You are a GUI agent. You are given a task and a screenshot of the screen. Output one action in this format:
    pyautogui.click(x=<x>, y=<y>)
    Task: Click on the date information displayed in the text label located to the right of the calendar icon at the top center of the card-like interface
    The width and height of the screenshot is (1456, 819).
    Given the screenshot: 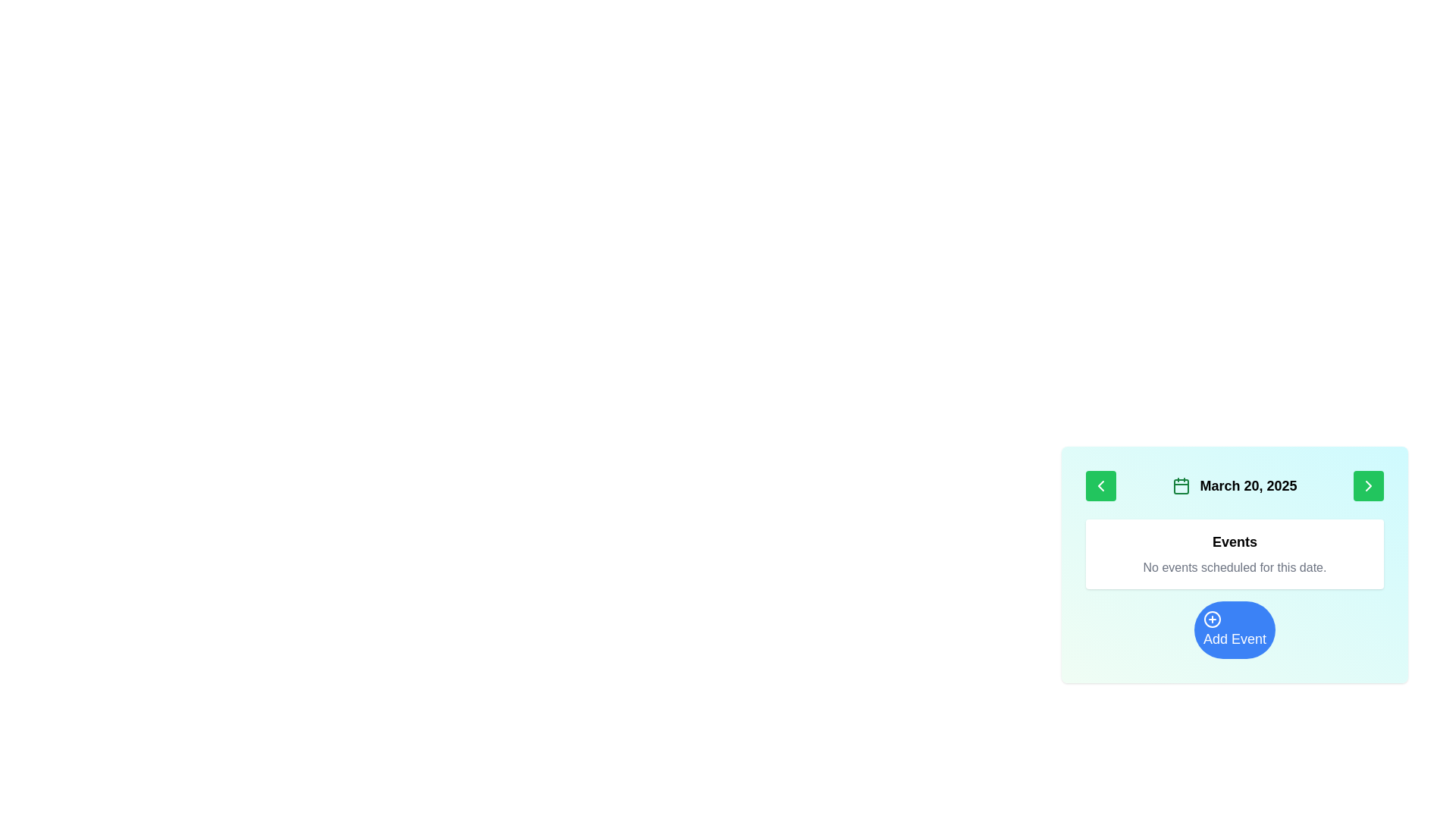 What is the action you would take?
    pyautogui.click(x=1248, y=485)
    